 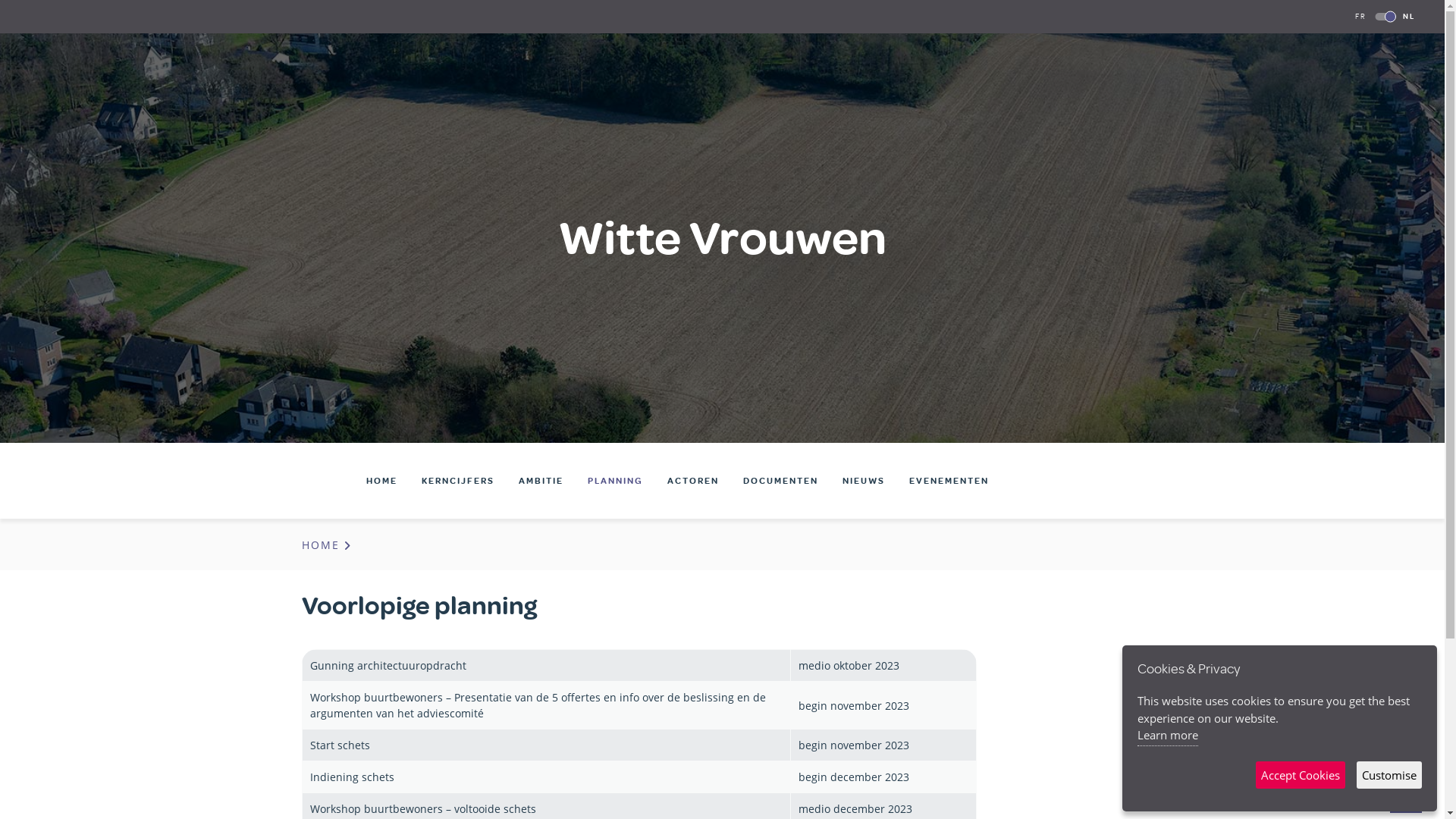 What do you see at coordinates (381, 480) in the screenshot?
I see `'HOME'` at bounding box center [381, 480].